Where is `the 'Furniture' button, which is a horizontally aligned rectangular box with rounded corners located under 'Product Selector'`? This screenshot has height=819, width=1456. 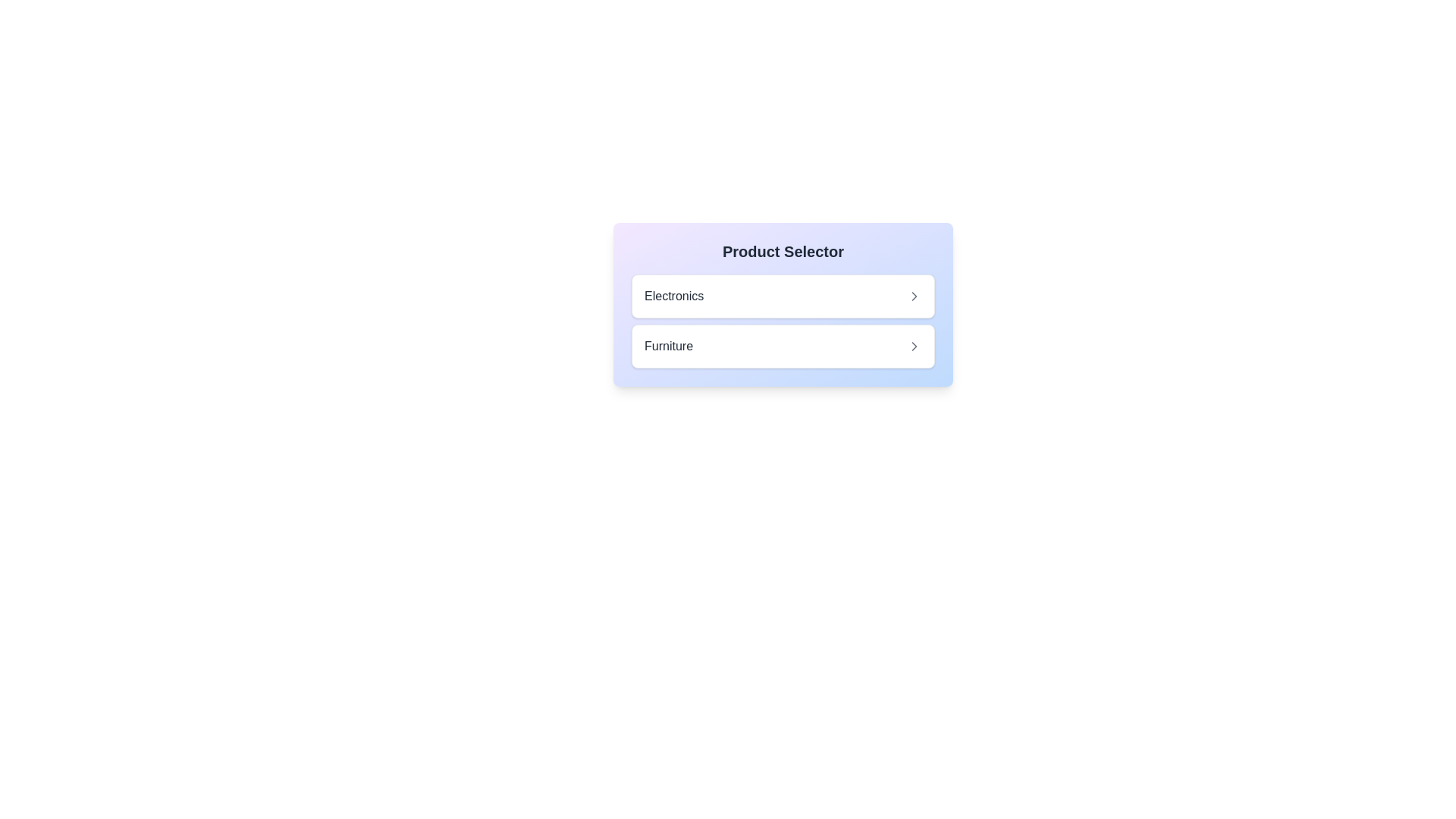
the 'Furniture' button, which is a horizontally aligned rectangular box with rounded corners located under 'Product Selector' is located at coordinates (783, 346).